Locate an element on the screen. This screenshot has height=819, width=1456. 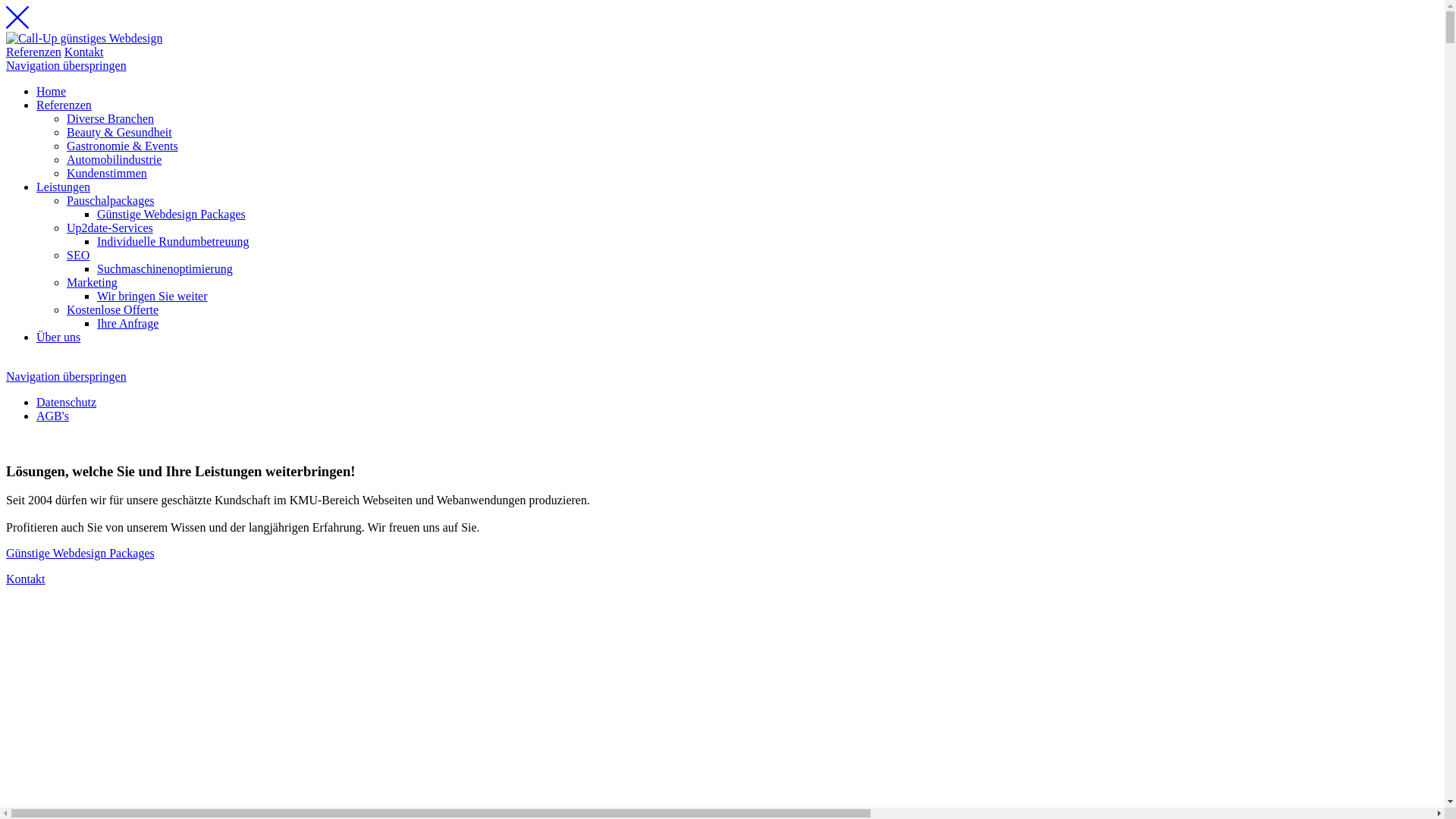
'Gastronomie & Events' is located at coordinates (122, 146).